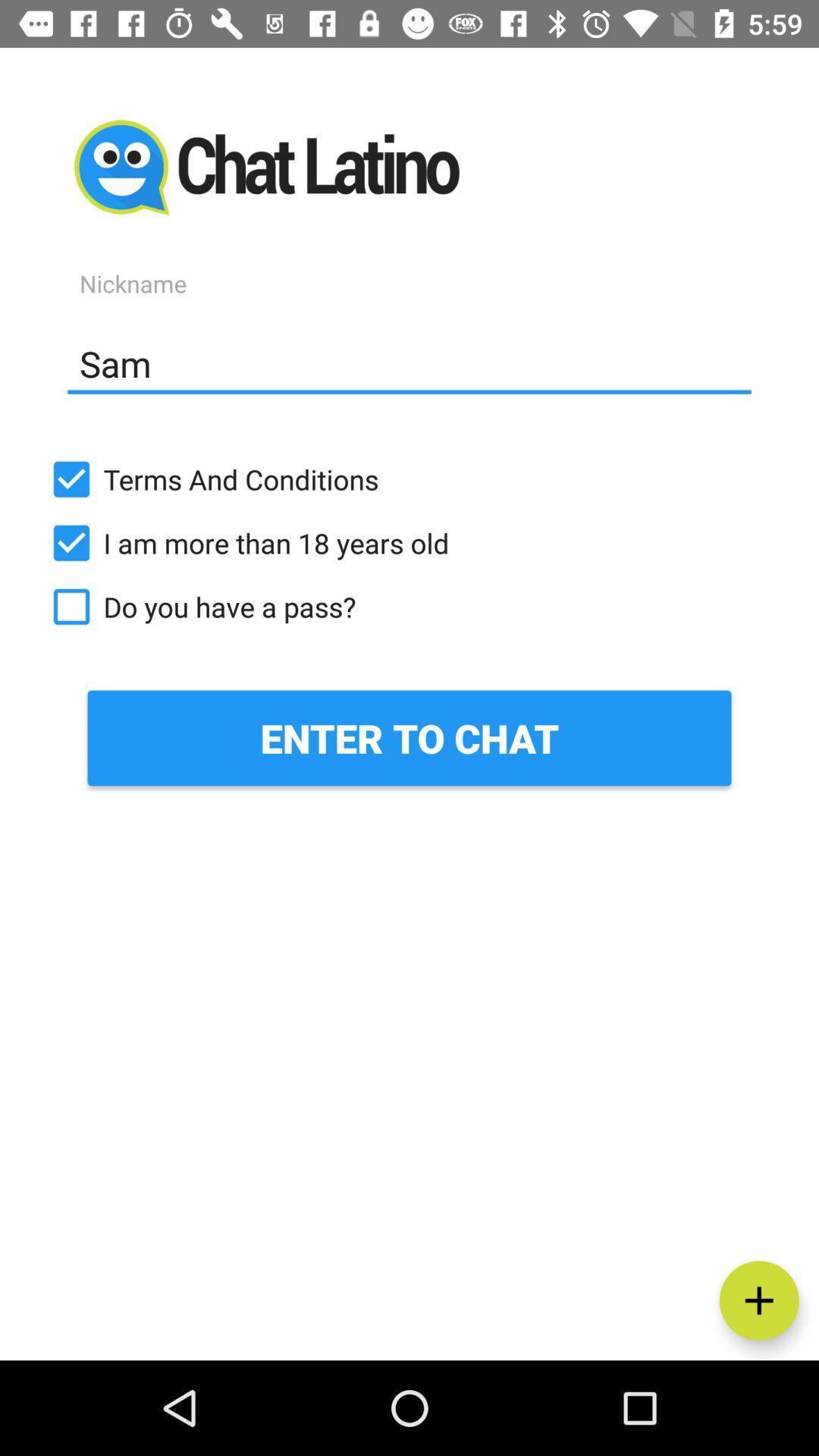 The height and width of the screenshot is (1456, 819). Describe the element at coordinates (409, 362) in the screenshot. I see `the sam icon` at that location.